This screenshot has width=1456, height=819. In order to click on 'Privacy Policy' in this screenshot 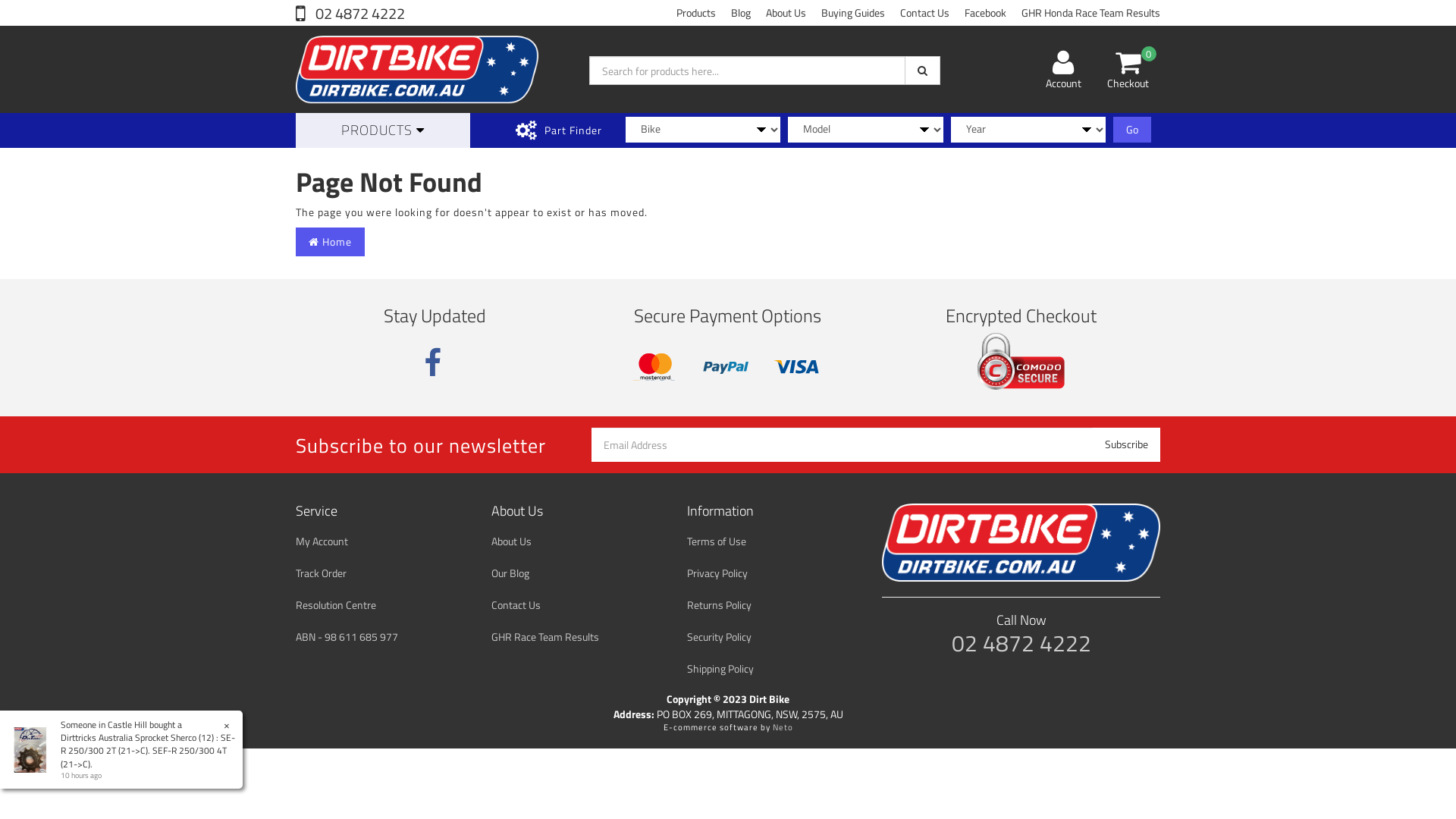, I will do `click(771, 573)`.